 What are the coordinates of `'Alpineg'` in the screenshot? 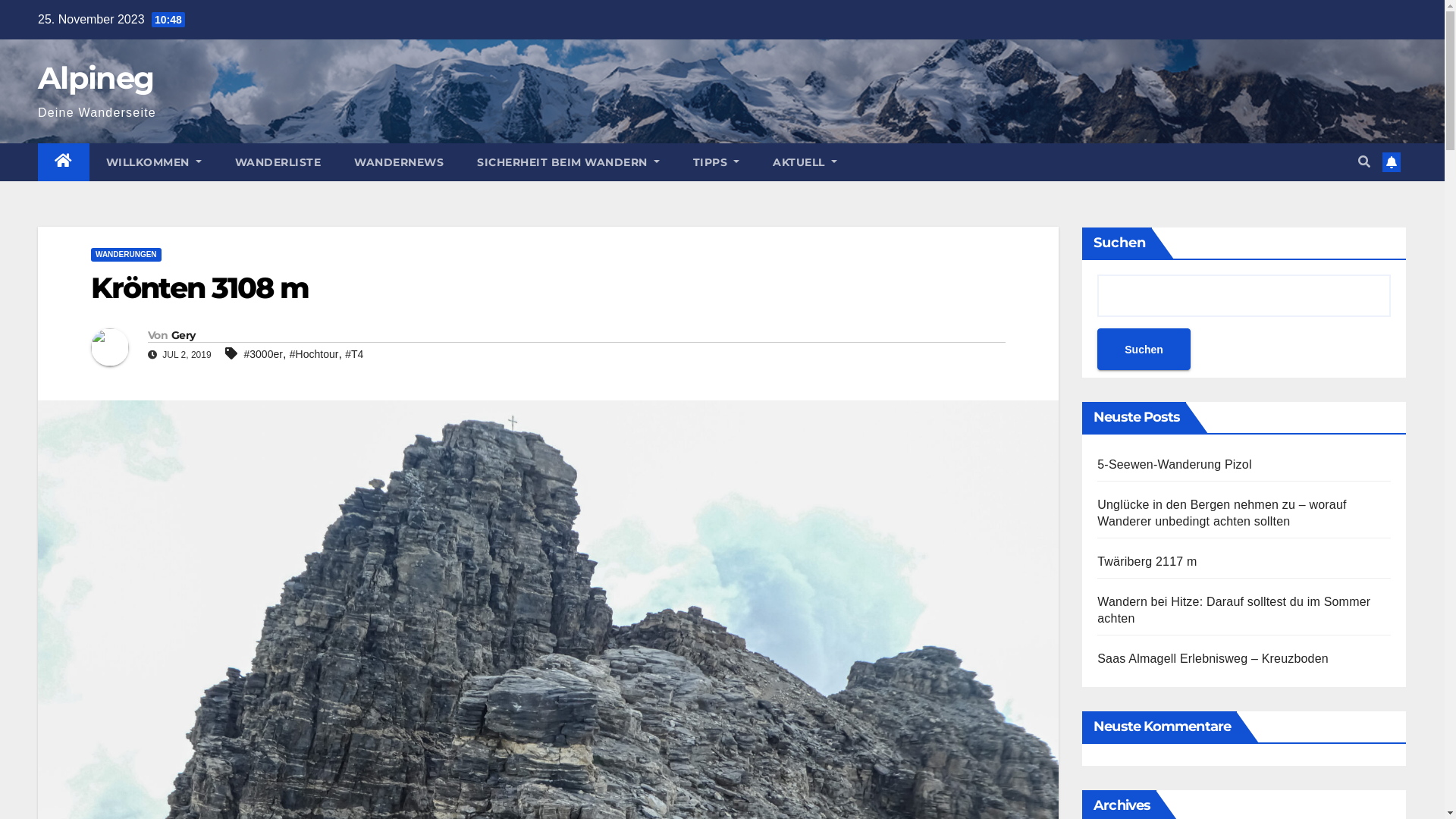 It's located at (94, 77).